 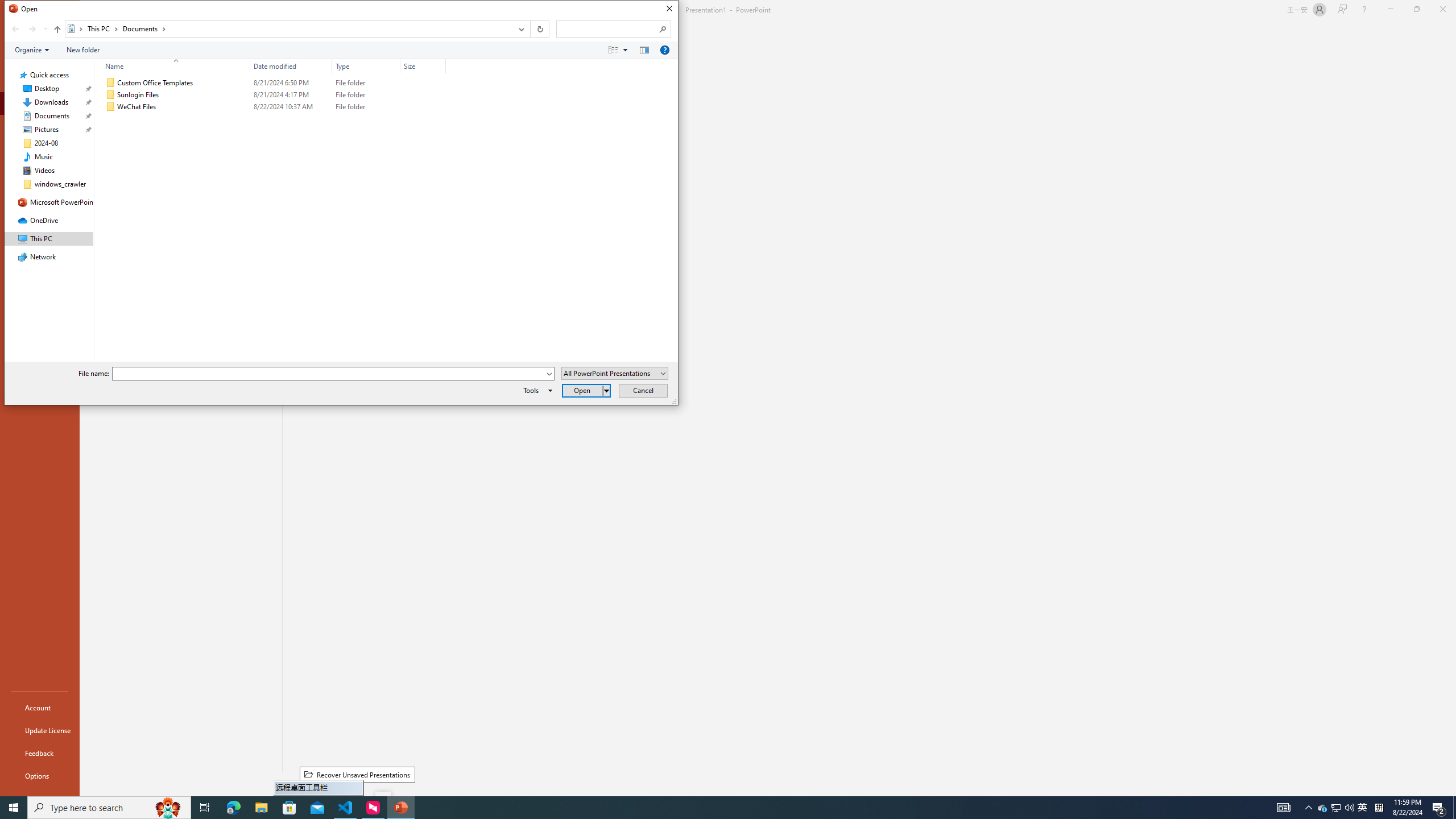 What do you see at coordinates (535, 390) in the screenshot?
I see `'Tools'` at bounding box center [535, 390].